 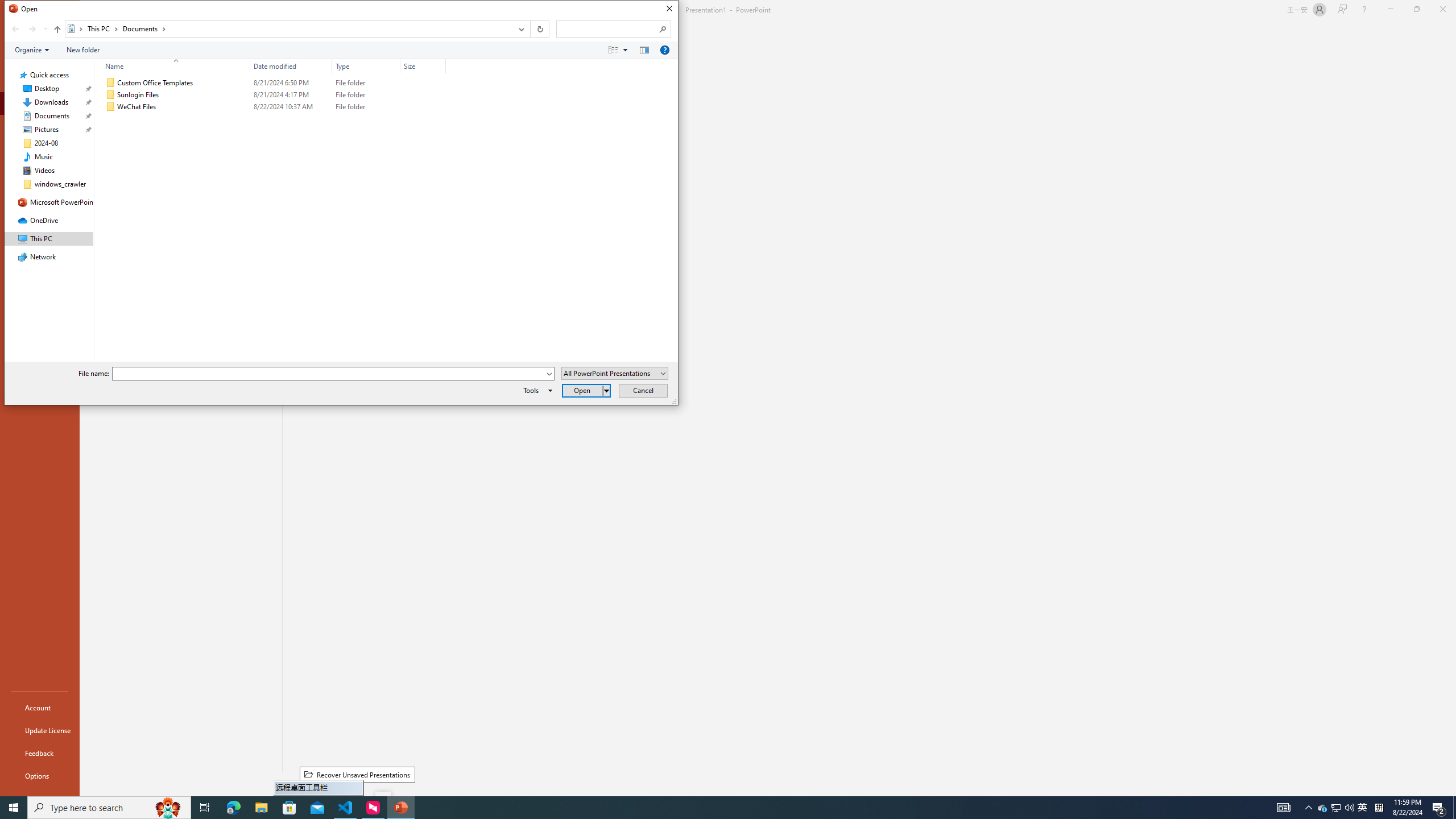 What do you see at coordinates (535, 390) in the screenshot?
I see `'Tools'` at bounding box center [535, 390].